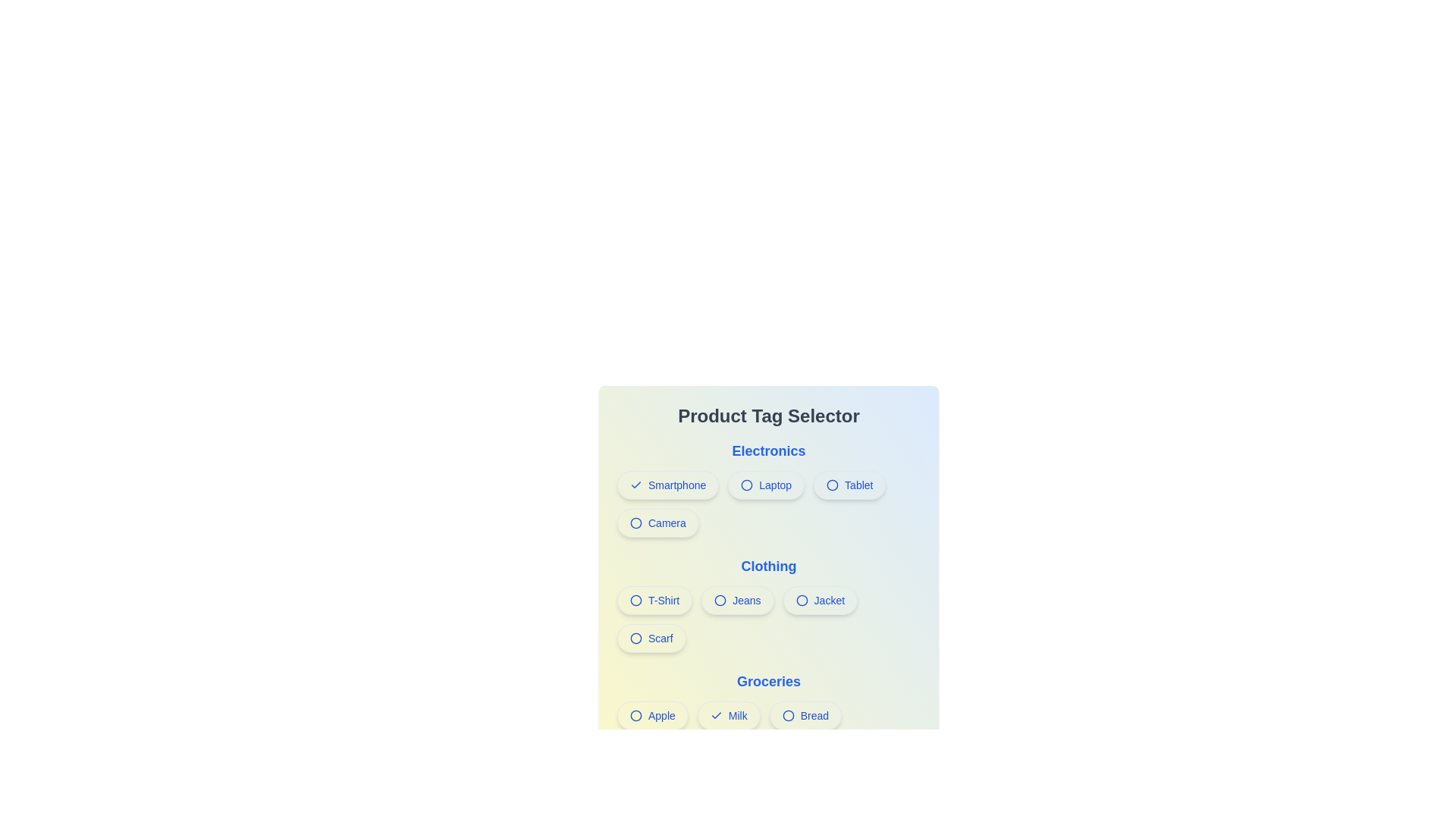  Describe the element at coordinates (636, 716) in the screenshot. I see `visual design of the SVG graphic element associated with the 'Apple' tag button in the 'Groceries' category` at that location.